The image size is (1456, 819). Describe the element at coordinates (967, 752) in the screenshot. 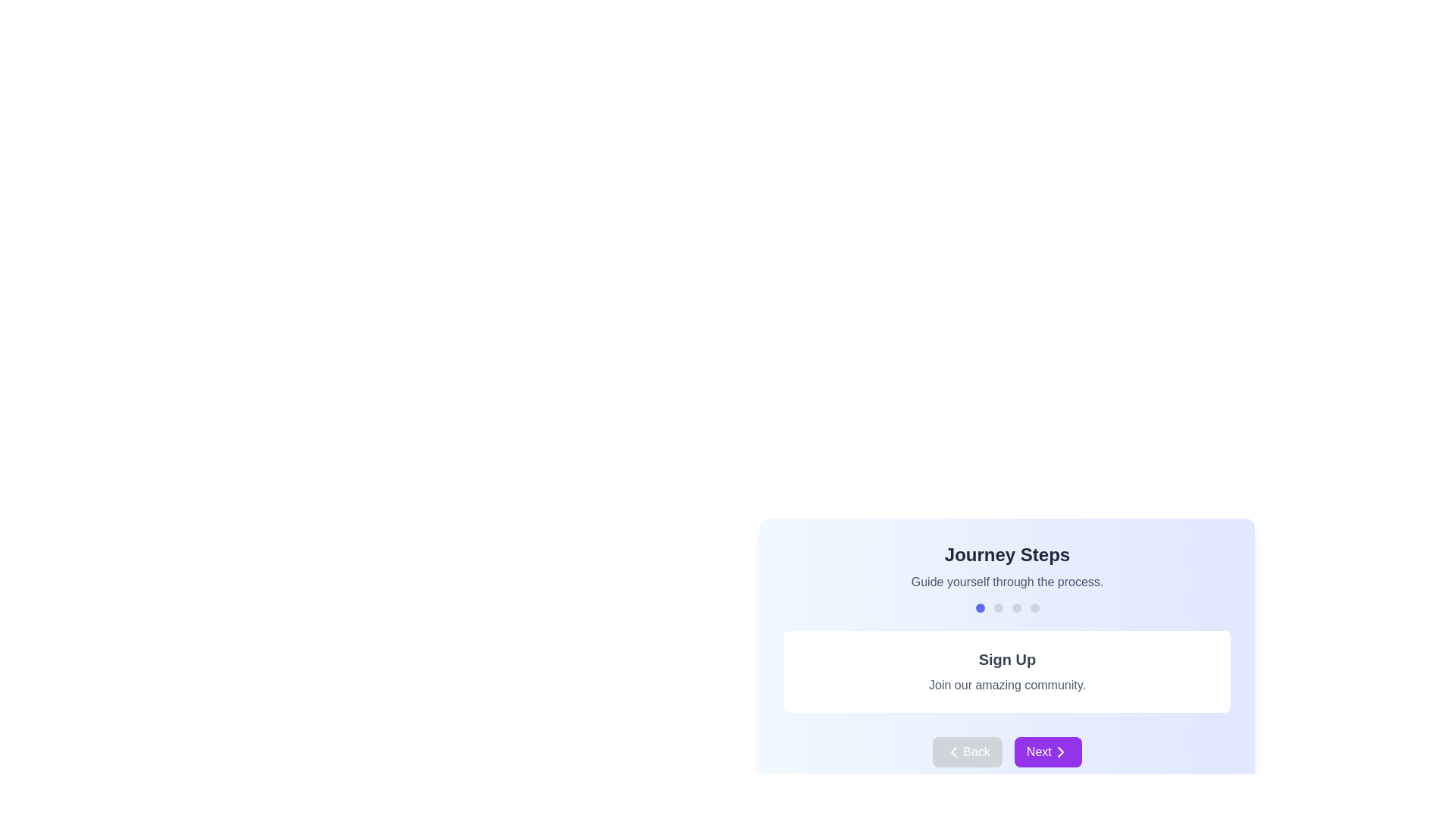

I see `the 'Back' button located near the bottom of the interface` at that location.